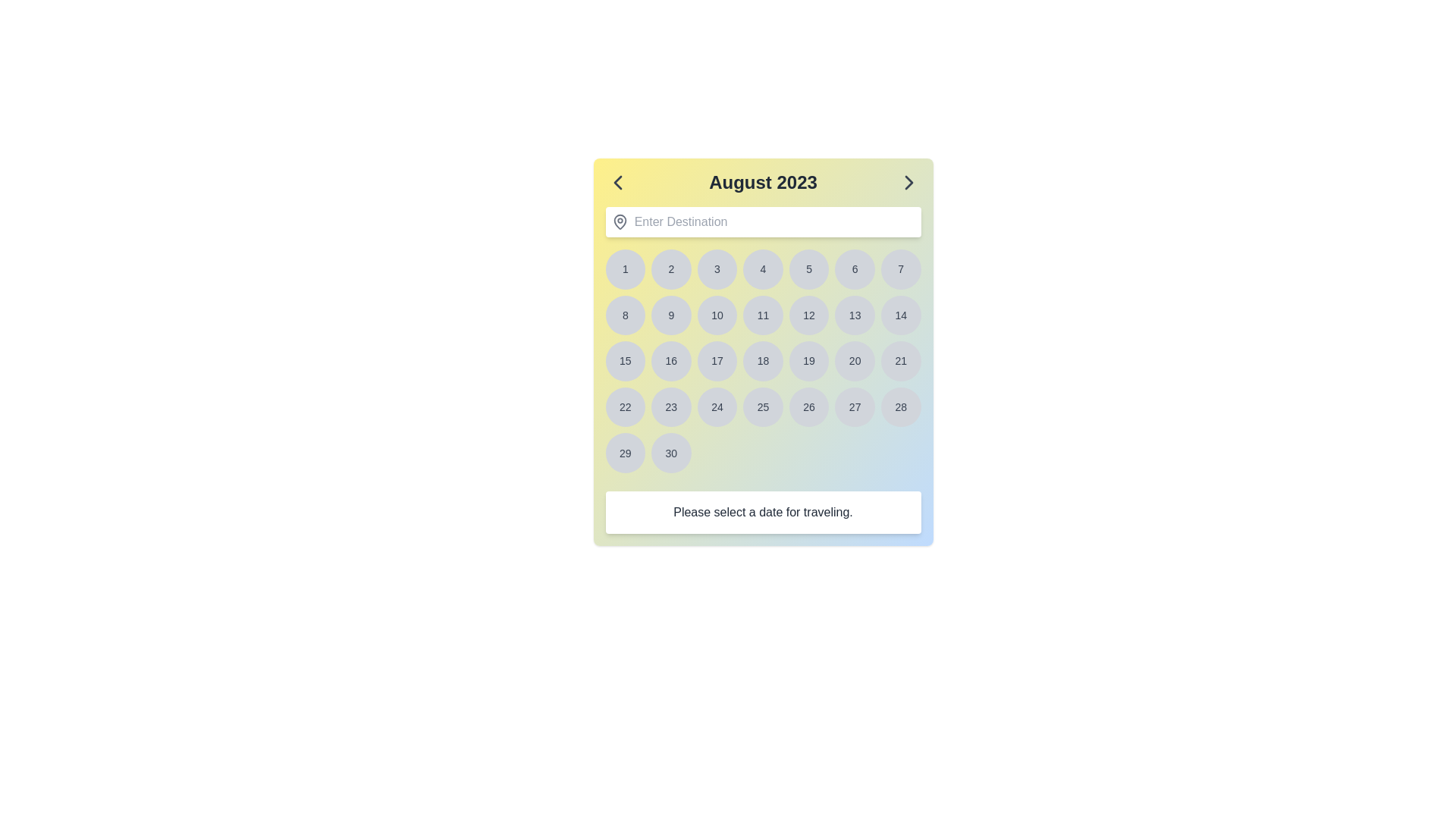 Image resolution: width=1456 pixels, height=819 pixels. What do you see at coordinates (763, 268) in the screenshot?
I see `the circular gray button labeled '4'` at bounding box center [763, 268].